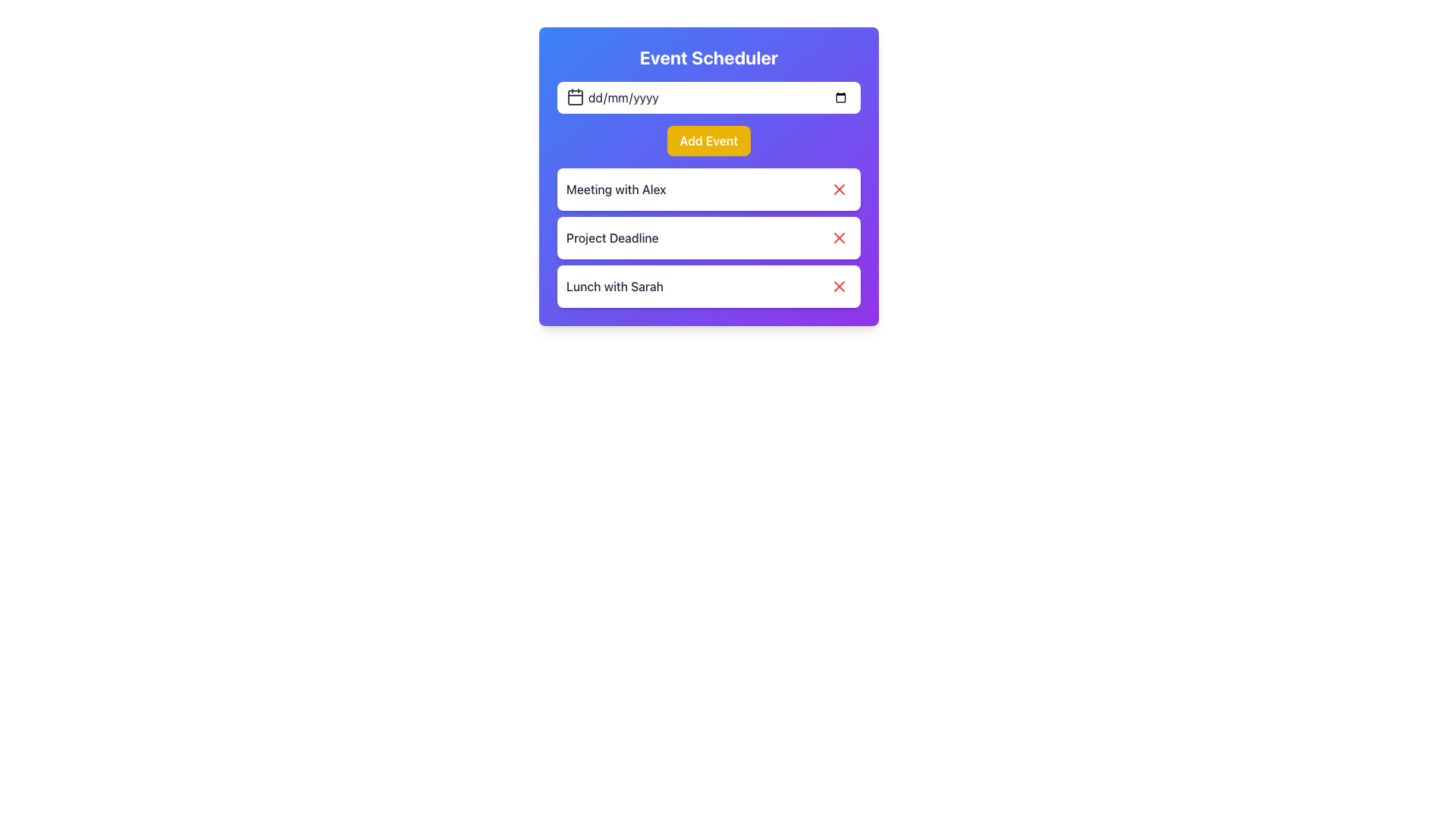  What do you see at coordinates (574, 97) in the screenshot?
I see `the main body area of the calendar icon, specifically the SVG rectangle that forms the primary square in its design` at bounding box center [574, 97].